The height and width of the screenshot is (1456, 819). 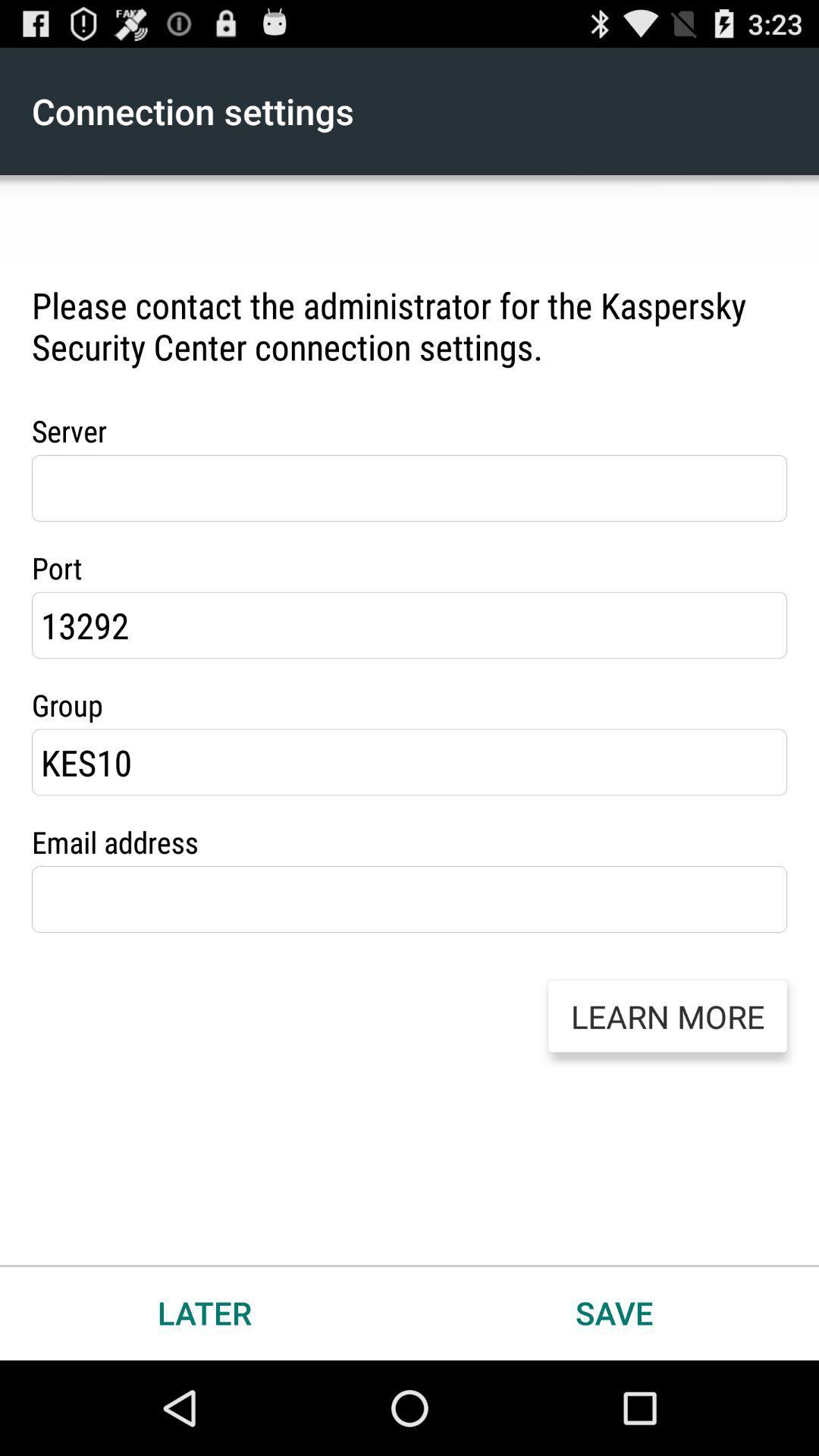 What do you see at coordinates (409, 488) in the screenshot?
I see `server address` at bounding box center [409, 488].